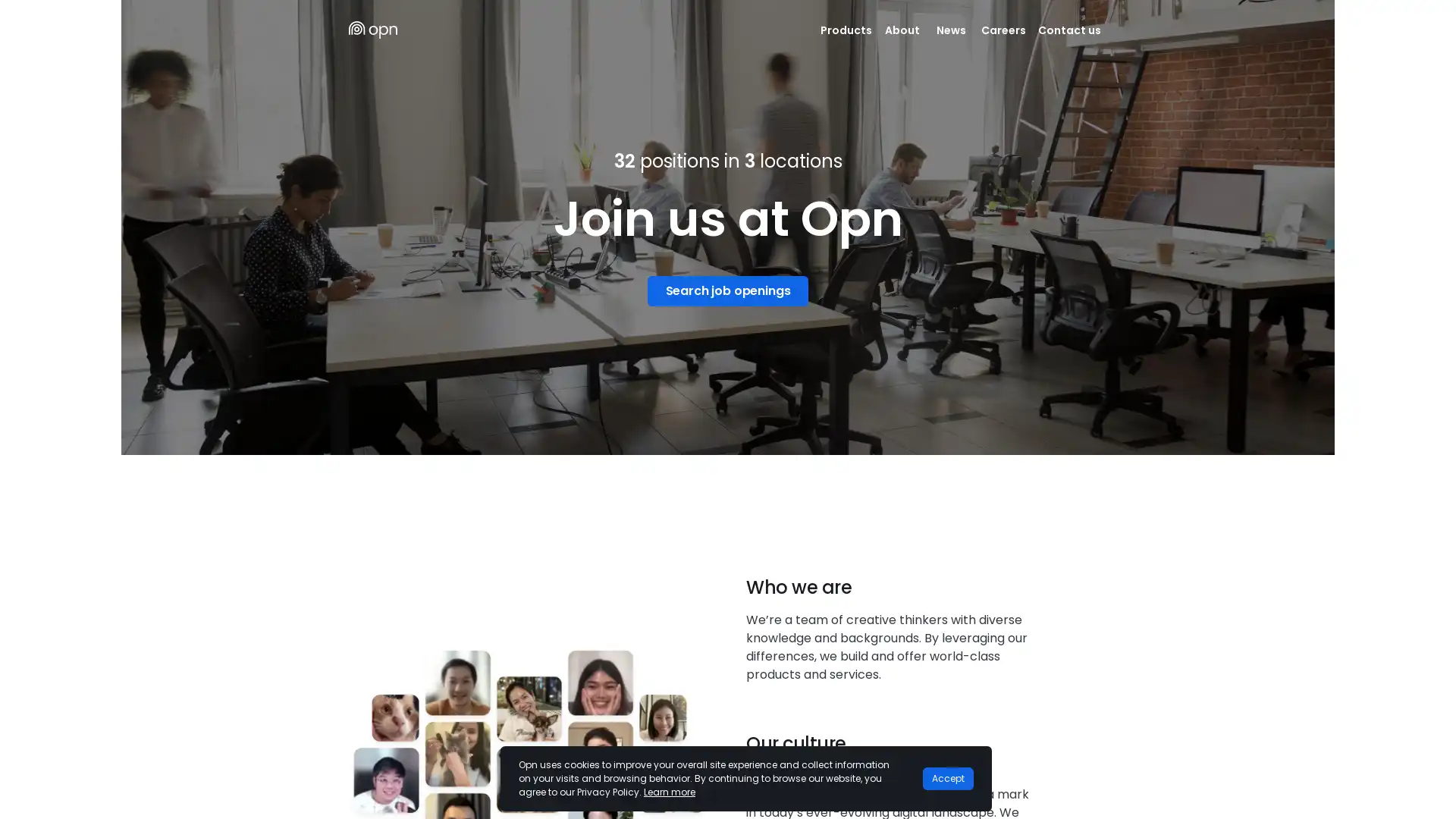 The height and width of the screenshot is (819, 1456). What do you see at coordinates (1003, 30) in the screenshot?
I see `Careers` at bounding box center [1003, 30].